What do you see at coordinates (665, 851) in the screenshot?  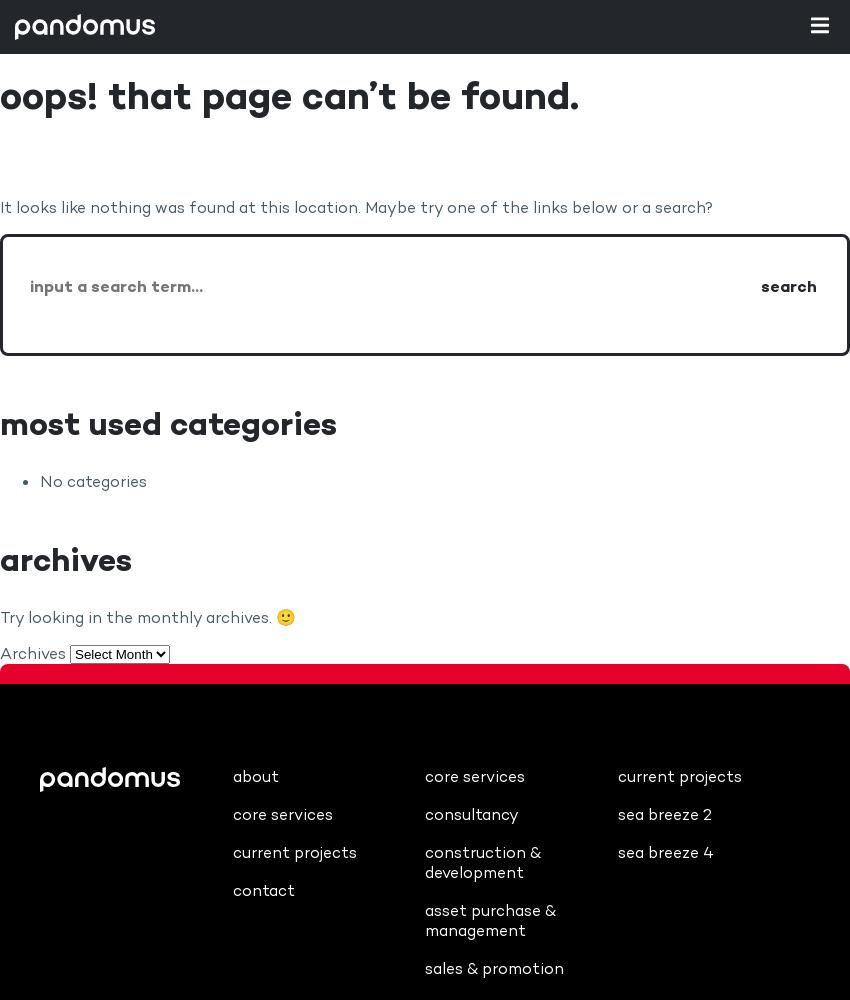 I see `'Sea Breeze 4'` at bounding box center [665, 851].